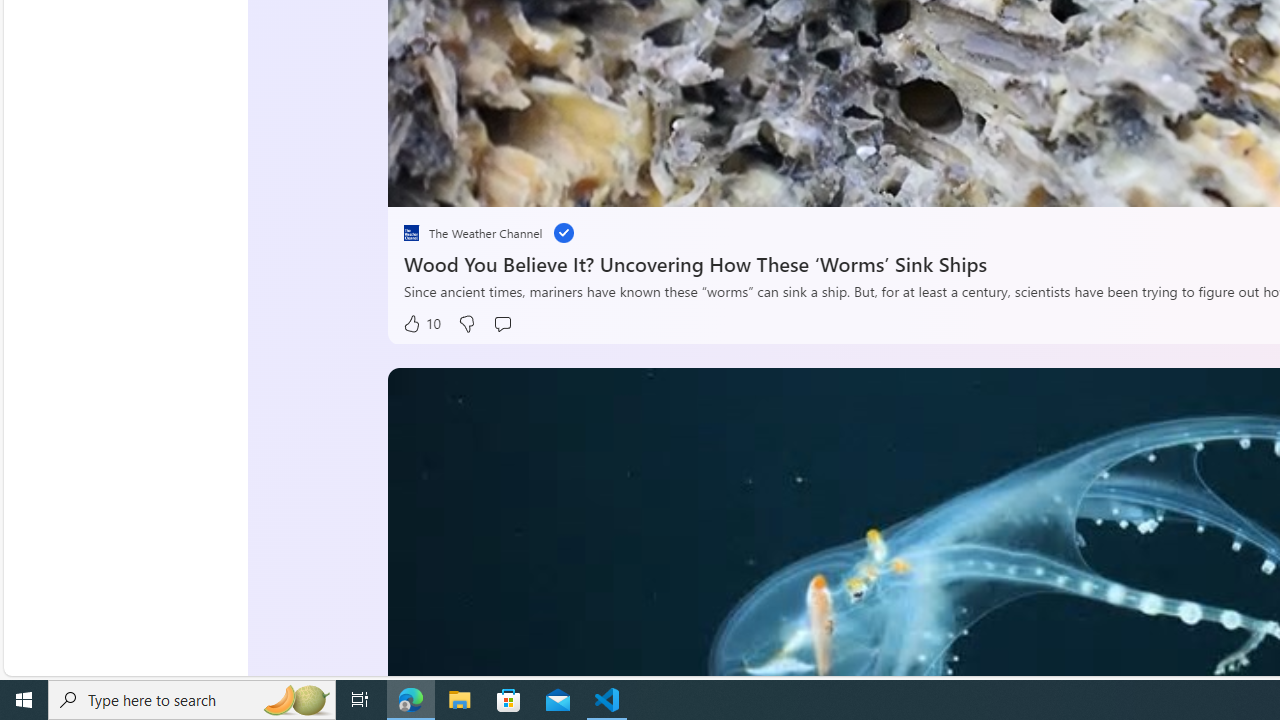 The image size is (1280, 720). What do you see at coordinates (472, 232) in the screenshot?
I see `'placeholder The Weather Channel'` at bounding box center [472, 232].